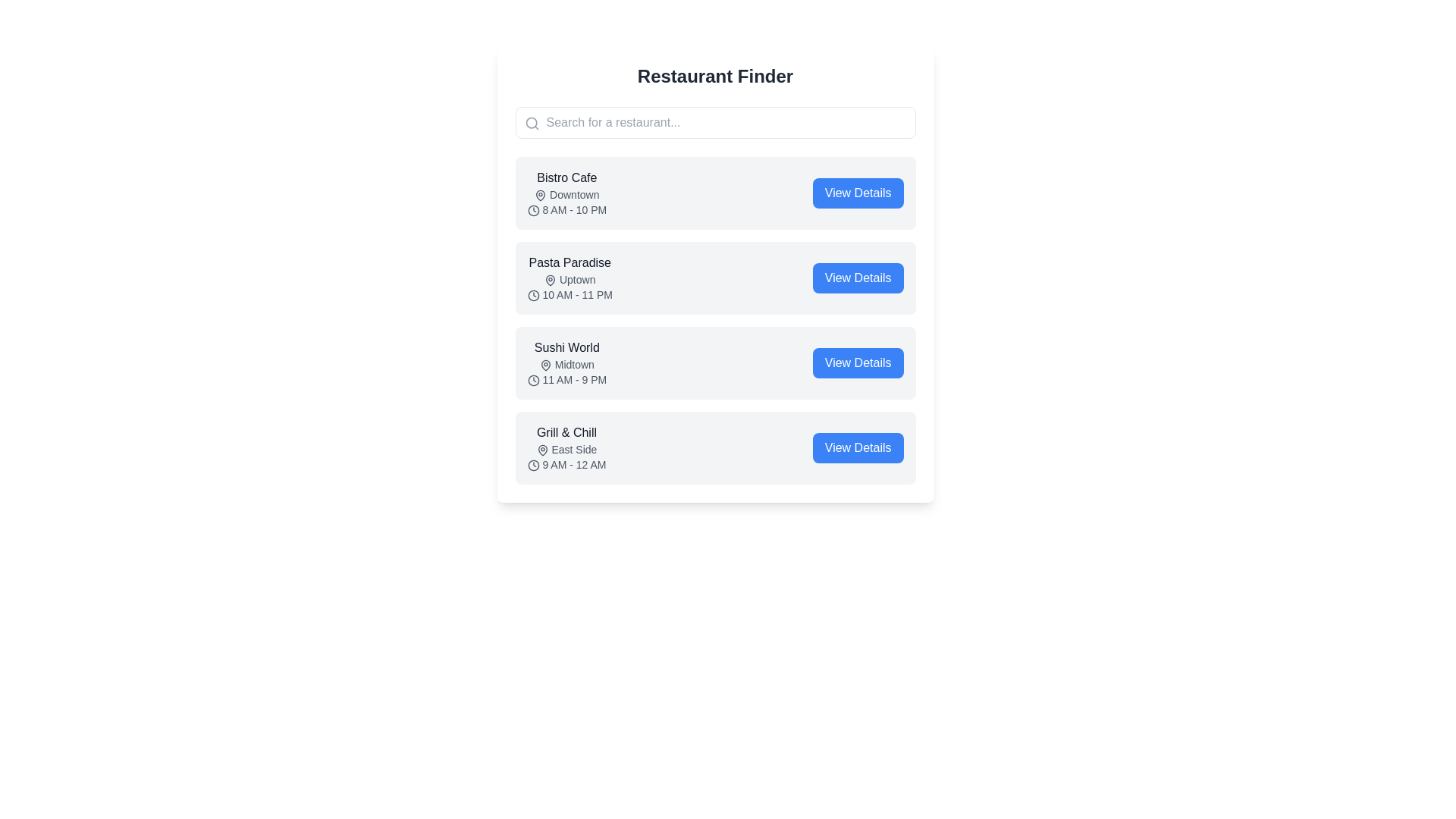 The image size is (1456, 819). Describe the element at coordinates (533, 380) in the screenshot. I see `the icon representing the operating hours for 'Sushi World', which is located immediately to the left of the time range text '11 AM - 9 PM'` at that location.